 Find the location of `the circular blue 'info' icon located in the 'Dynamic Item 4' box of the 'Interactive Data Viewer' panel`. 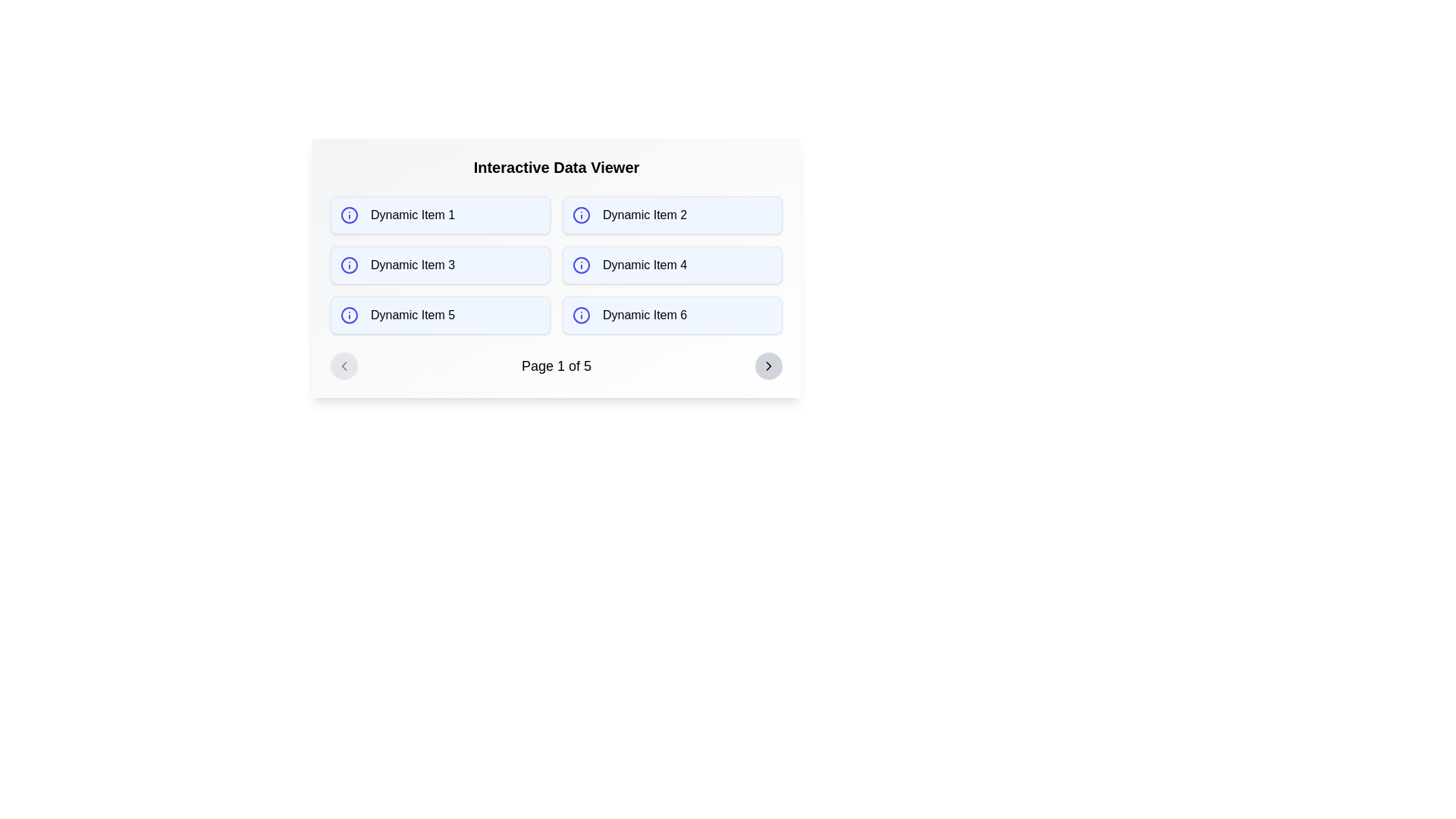

the circular blue 'info' icon located in the 'Dynamic Item 4' box of the 'Interactive Data Viewer' panel is located at coordinates (581, 265).